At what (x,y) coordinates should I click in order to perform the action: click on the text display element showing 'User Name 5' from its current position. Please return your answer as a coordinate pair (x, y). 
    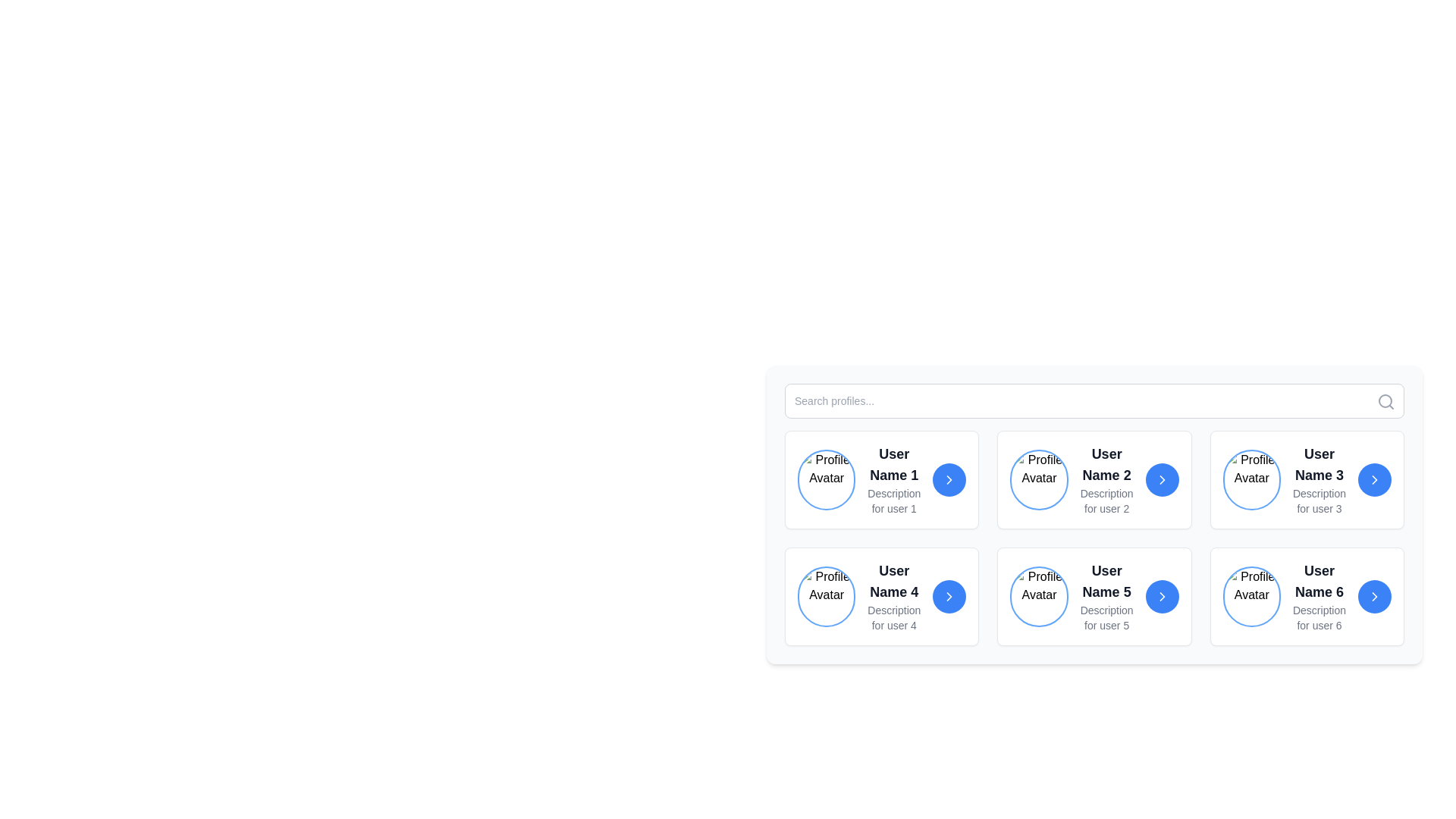
    Looking at the image, I should click on (1106, 595).